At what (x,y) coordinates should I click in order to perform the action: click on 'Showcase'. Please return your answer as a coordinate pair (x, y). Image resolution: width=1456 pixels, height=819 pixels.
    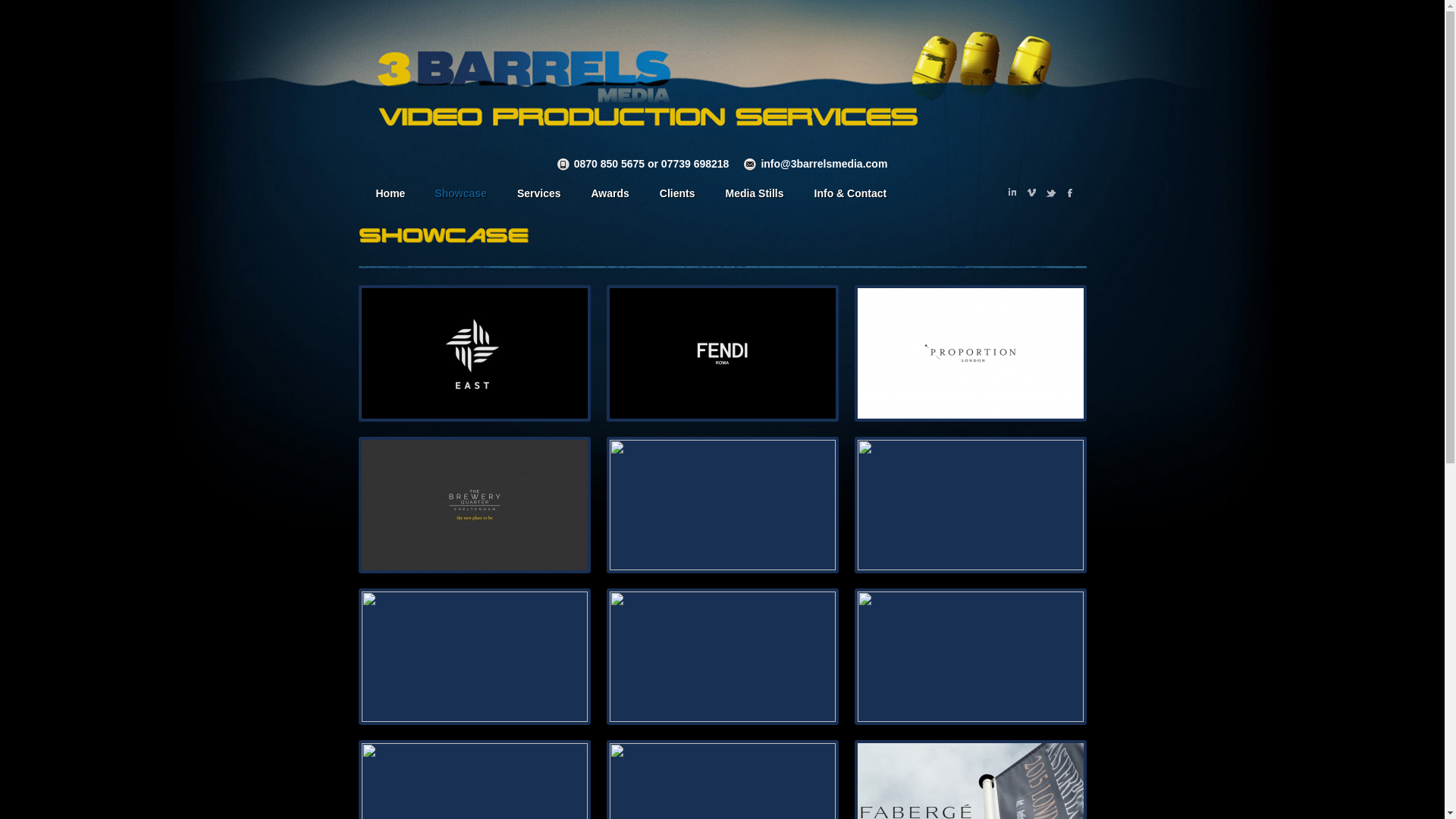
    Looking at the image, I should click on (459, 195).